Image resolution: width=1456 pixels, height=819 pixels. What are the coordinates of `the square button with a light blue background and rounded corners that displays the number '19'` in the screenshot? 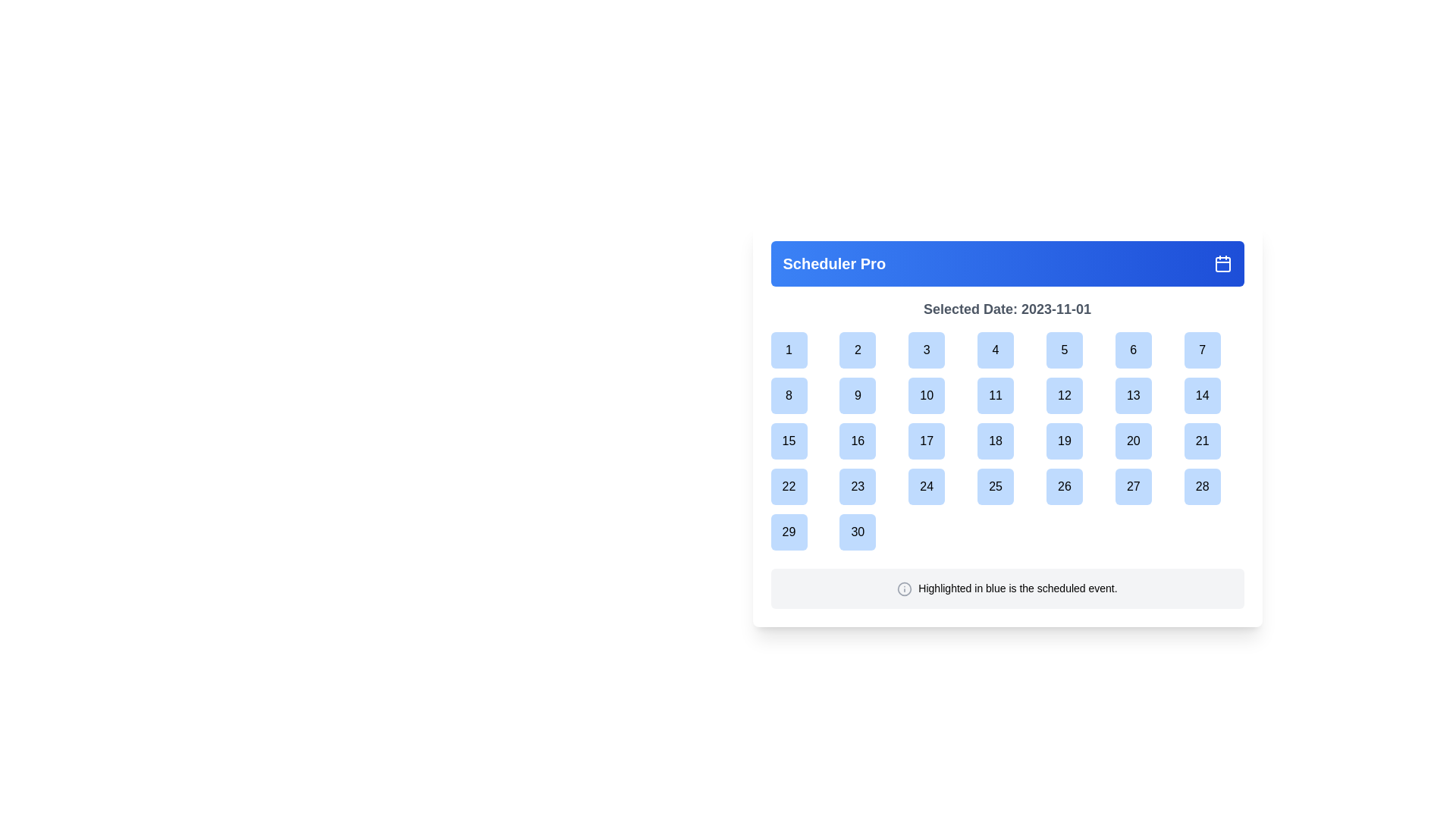 It's located at (1075, 441).